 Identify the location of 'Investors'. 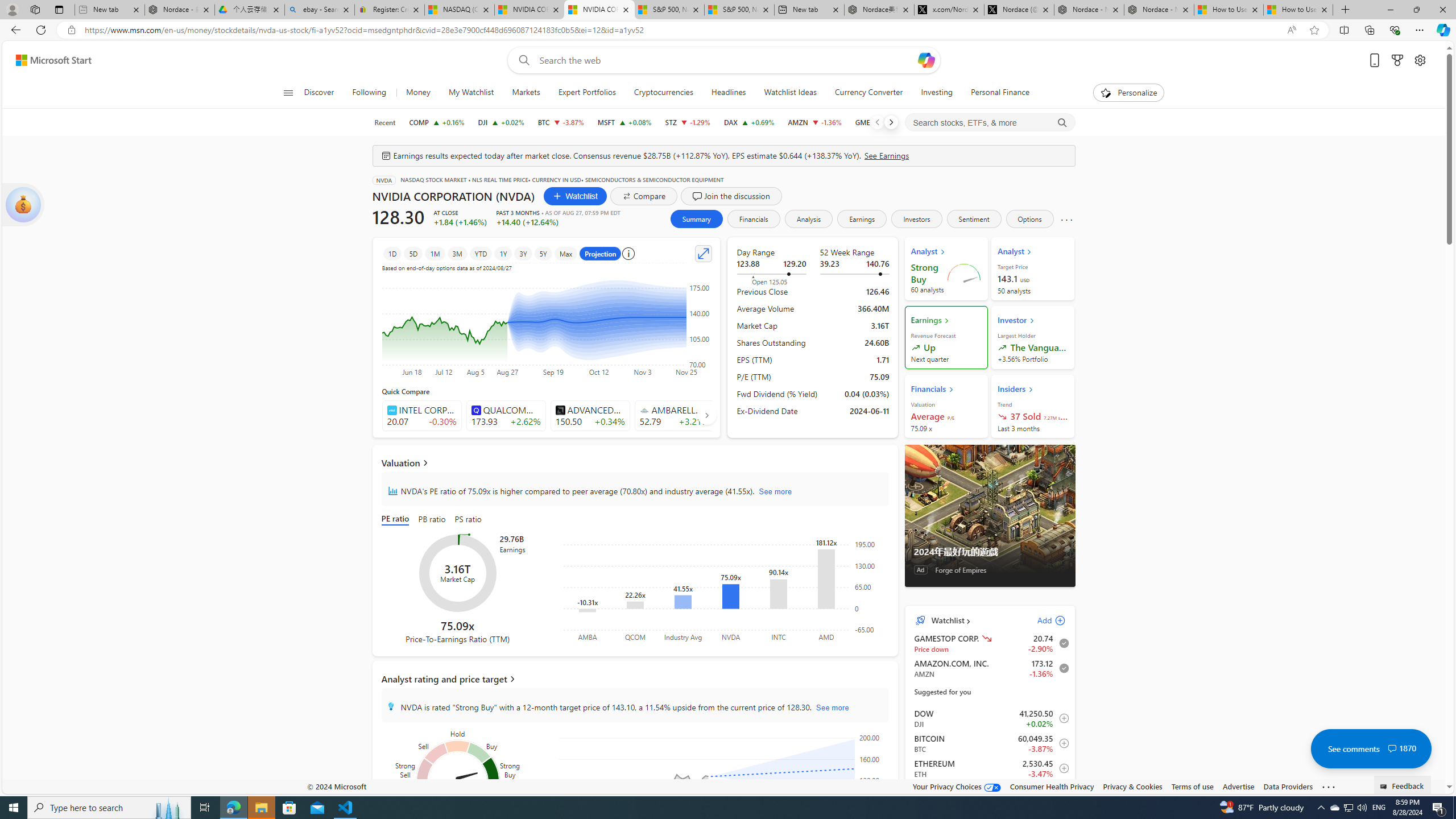
(916, 218).